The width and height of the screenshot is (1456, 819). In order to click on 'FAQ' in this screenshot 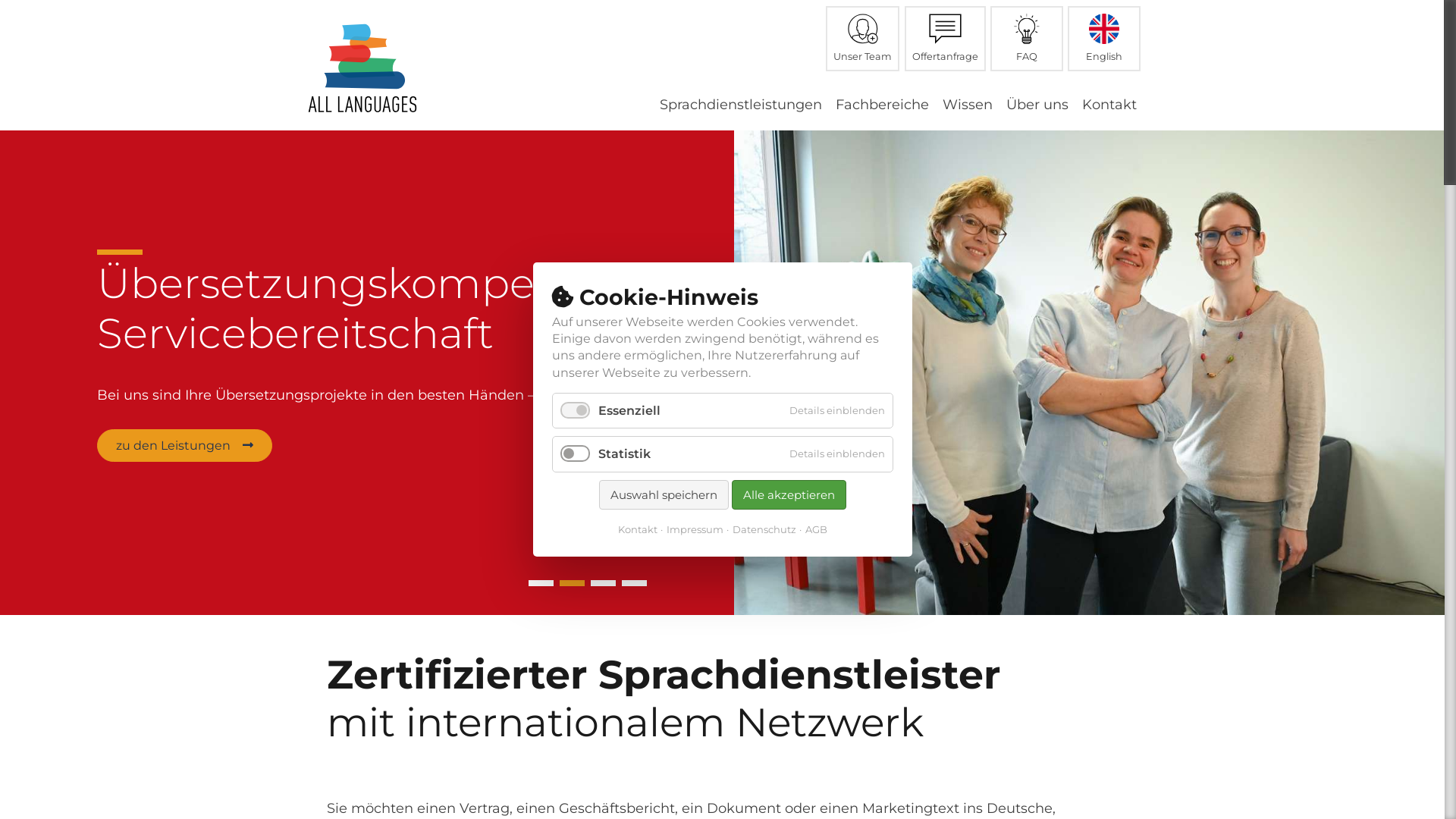, I will do `click(1026, 37)`.